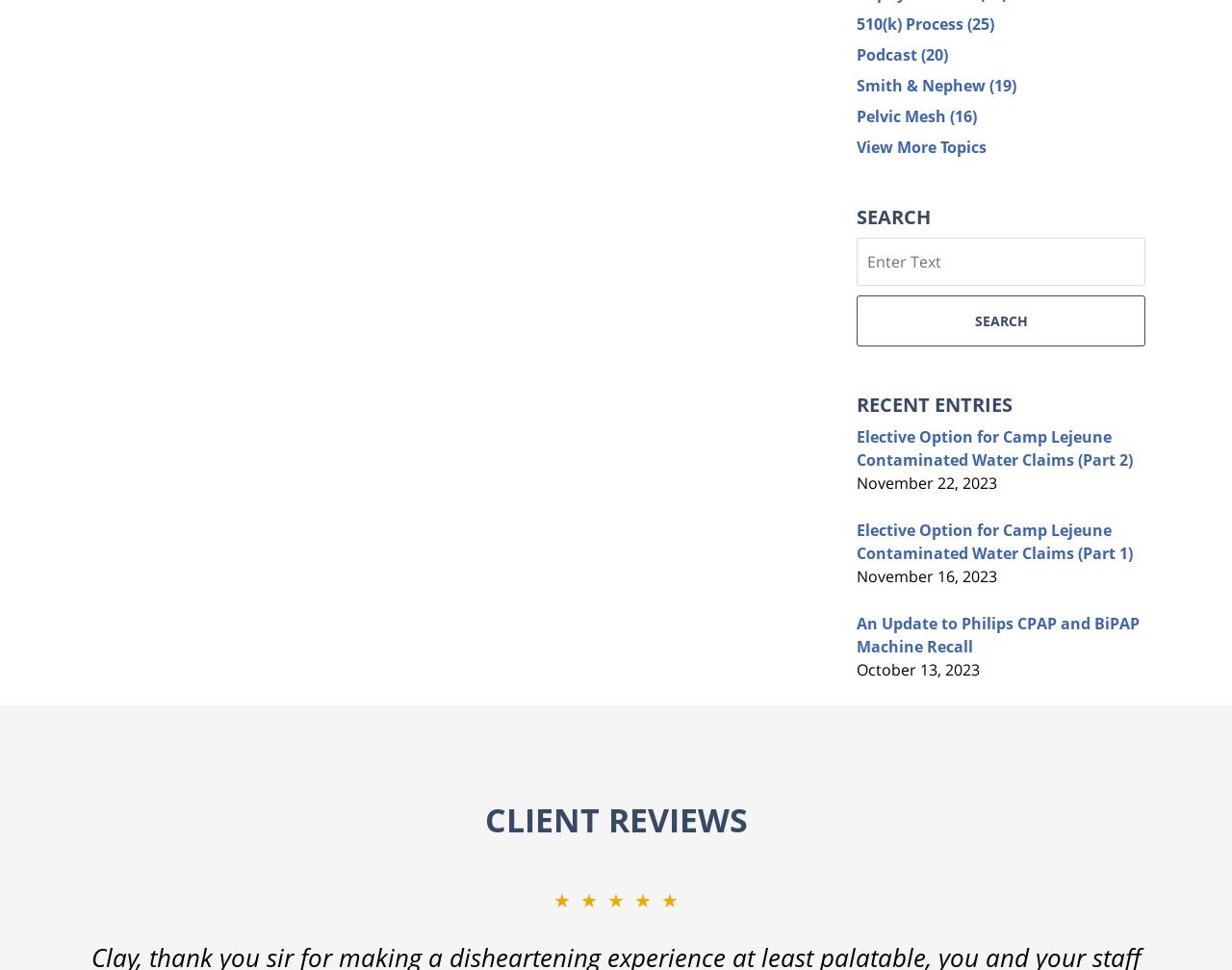  Describe the element at coordinates (926, 575) in the screenshot. I see `'November 16, 2023'` at that location.